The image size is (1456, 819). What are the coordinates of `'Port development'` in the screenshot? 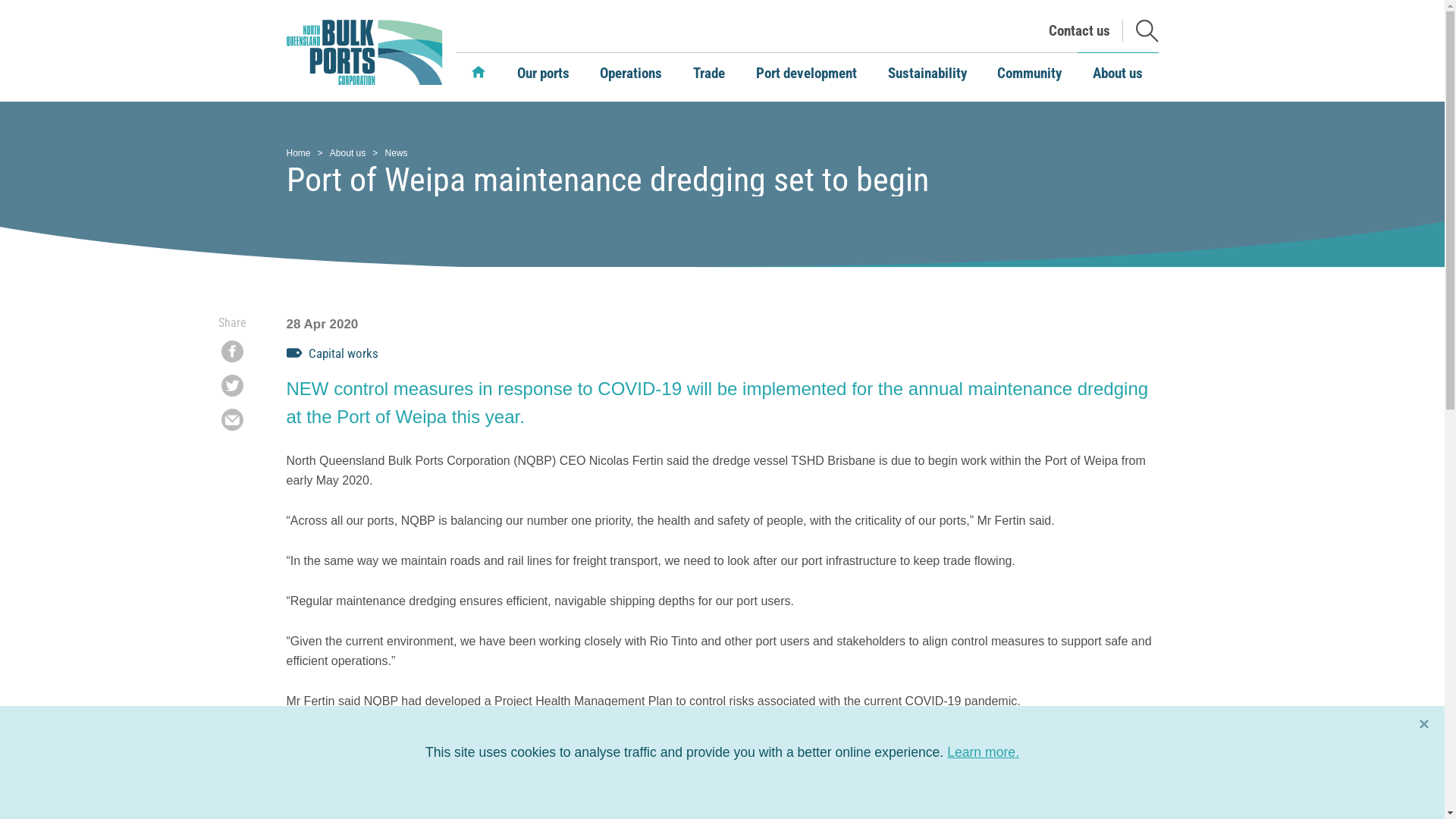 It's located at (805, 74).